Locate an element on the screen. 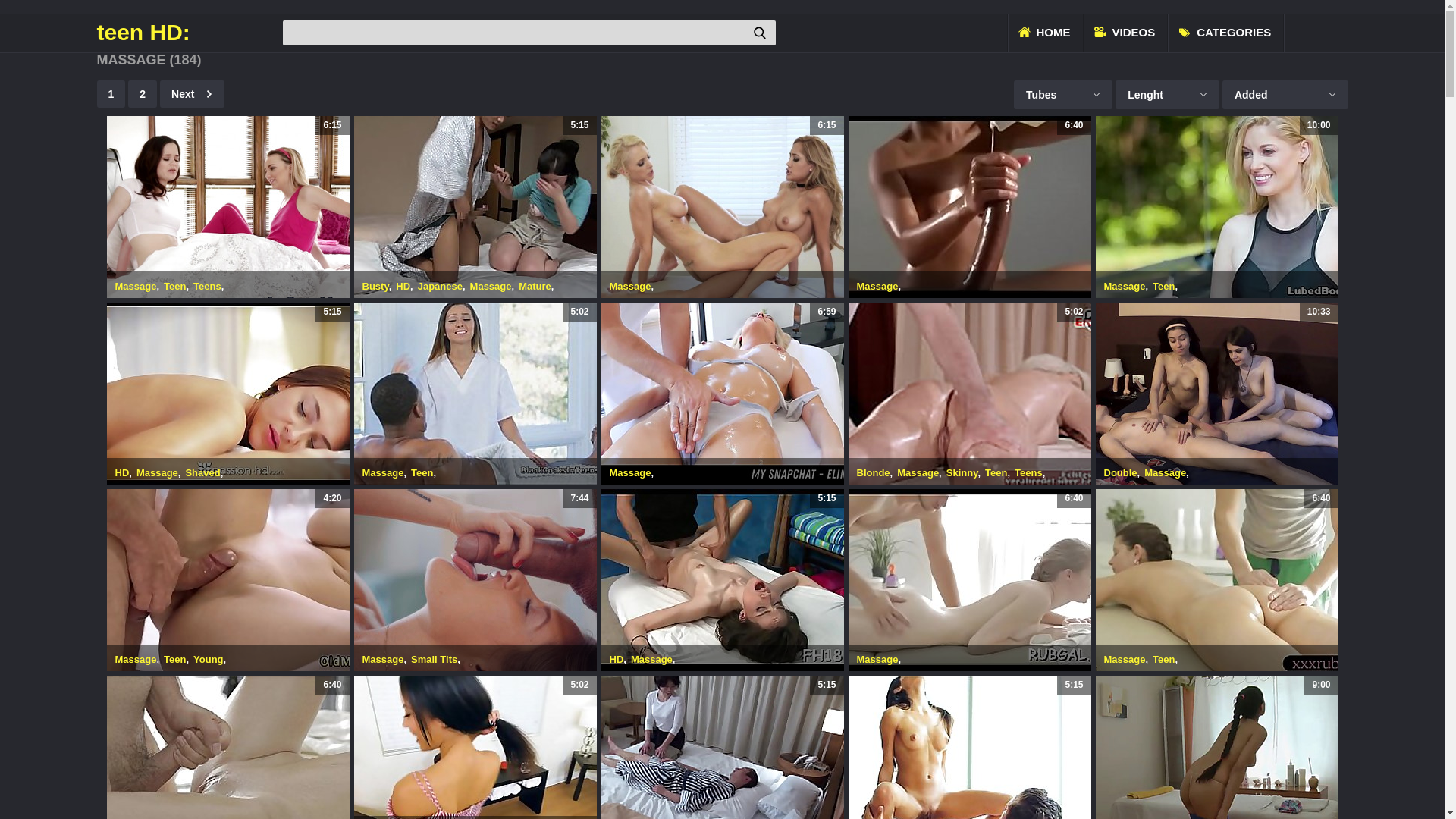  'Busty' is located at coordinates (375, 286).